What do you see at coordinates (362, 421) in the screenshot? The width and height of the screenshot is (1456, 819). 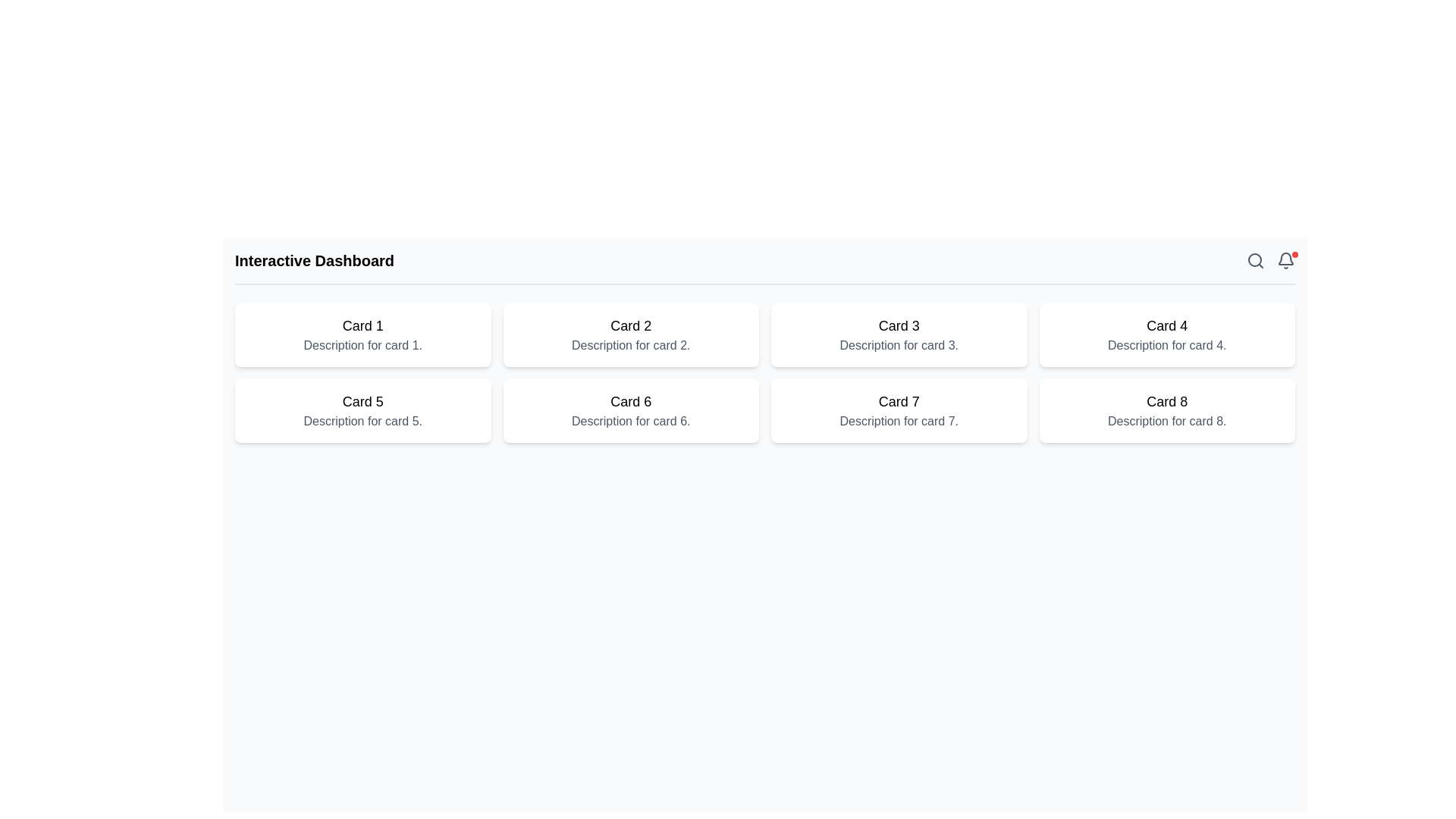 I see `descriptive text located beneath the main title text of the 'Card 5' card, which is in the second row and first column of the card grid` at bounding box center [362, 421].